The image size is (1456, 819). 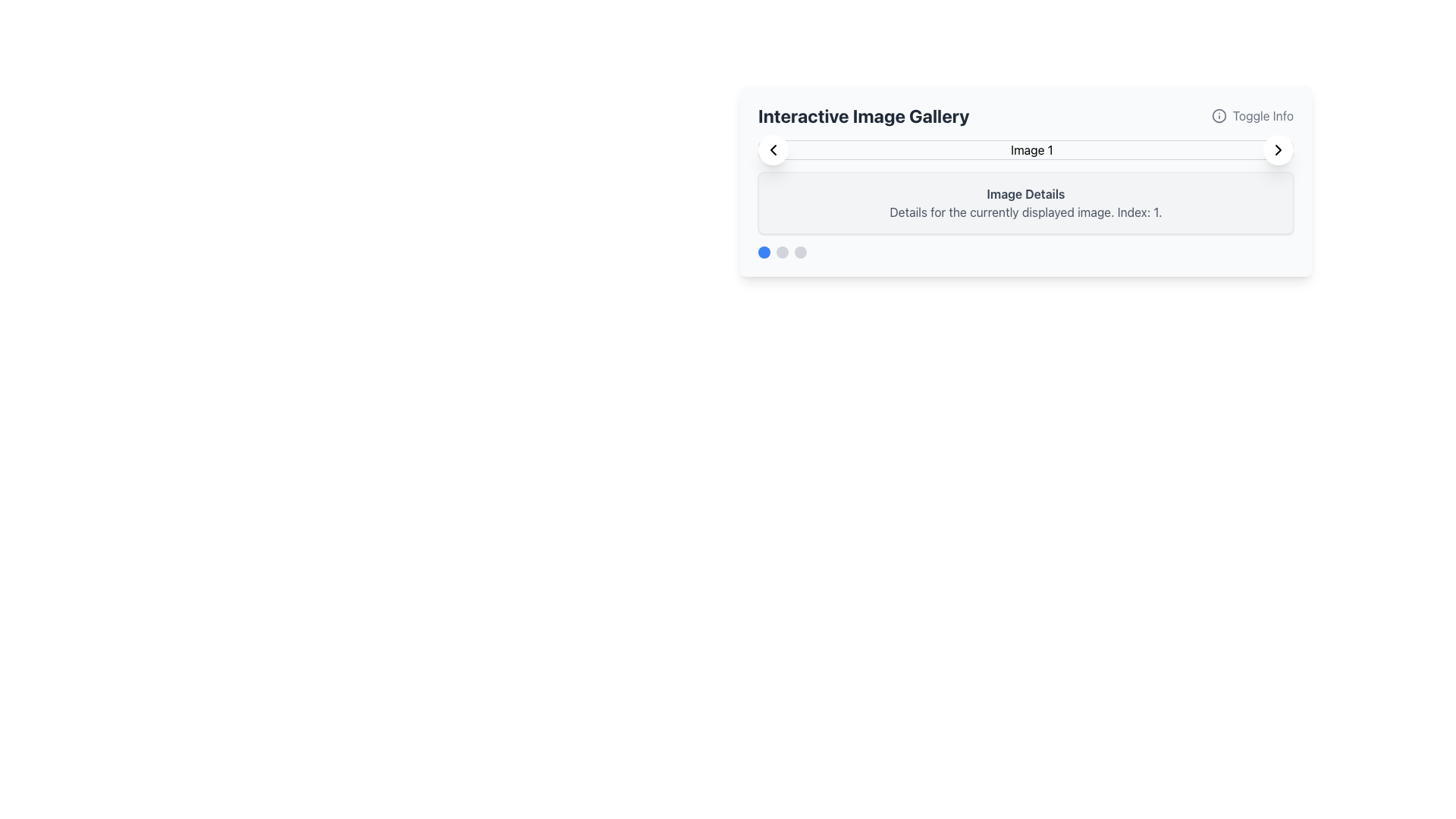 What do you see at coordinates (1252, 115) in the screenshot?
I see `the clickable button element that toggles additional informational content related to the image gallery to trigger the color transition` at bounding box center [1252, 115].